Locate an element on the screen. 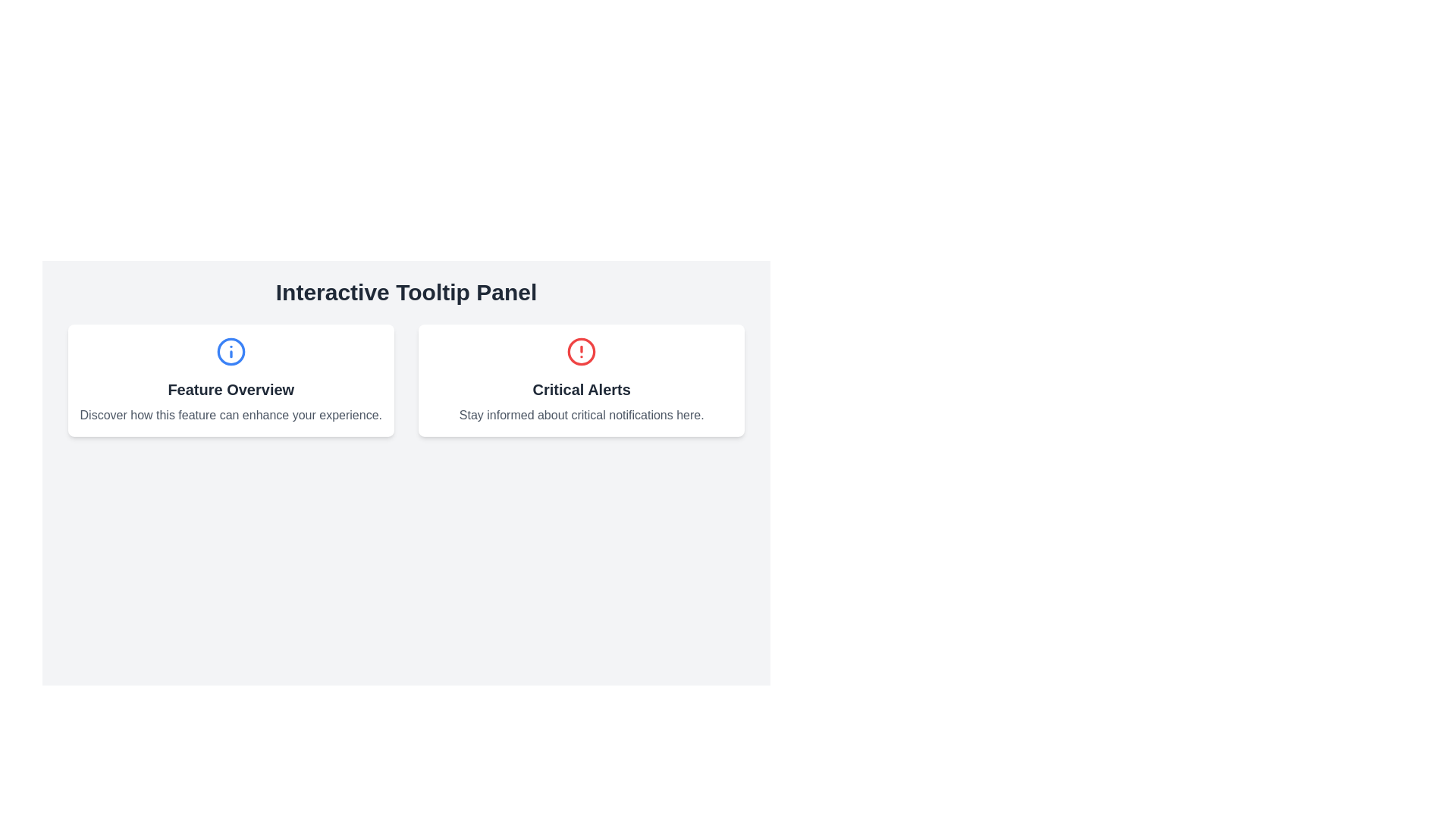 Image resolution: width=1456 pixels, height=819 pixels. text label that serves as the title or label for the associated panel, located centrally within the right card beneath an alert icon is located at coordinates (581, 388).